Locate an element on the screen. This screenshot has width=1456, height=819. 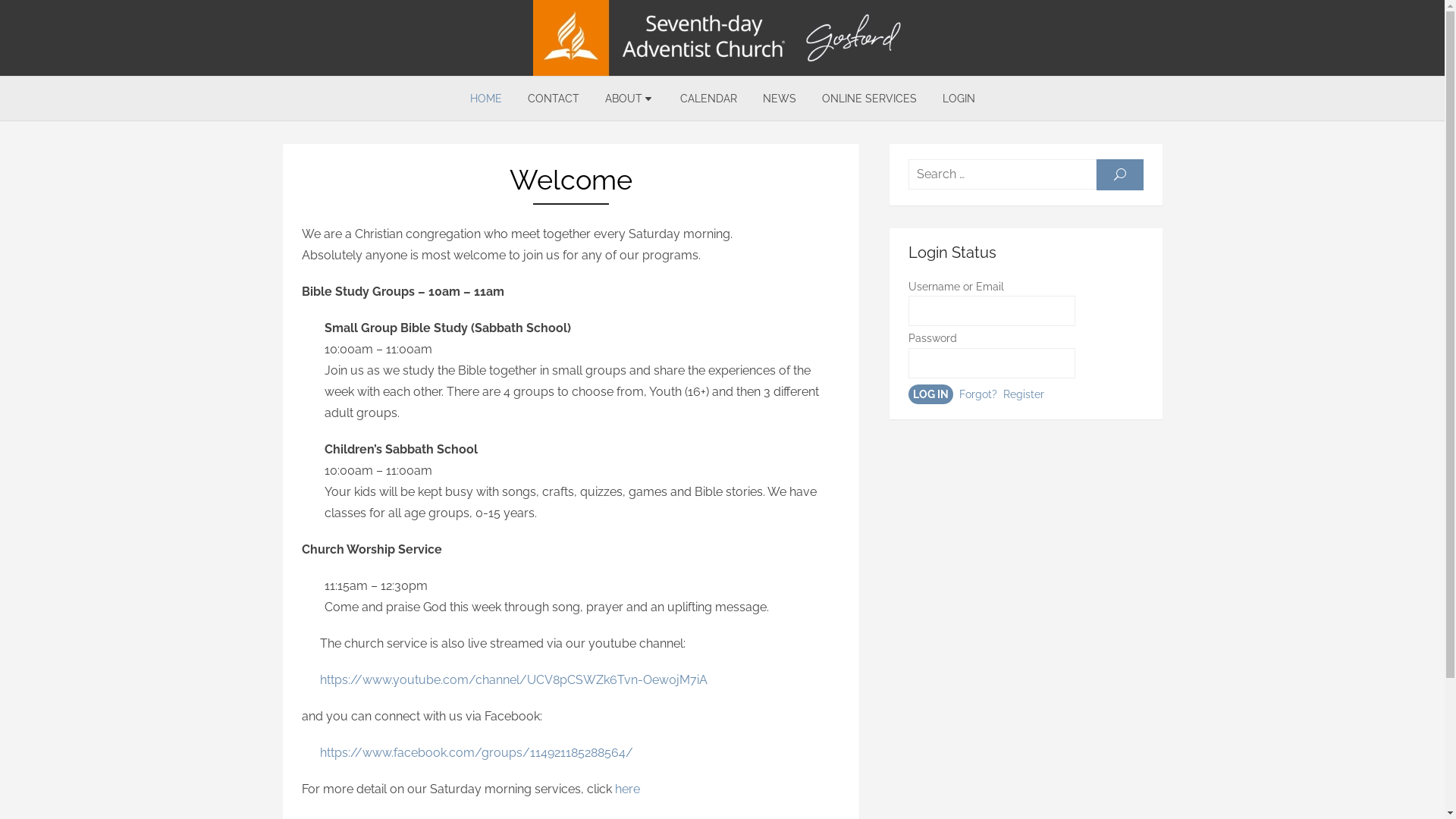
'ONLINE SERVICES' is located at coordinates (868, 99).